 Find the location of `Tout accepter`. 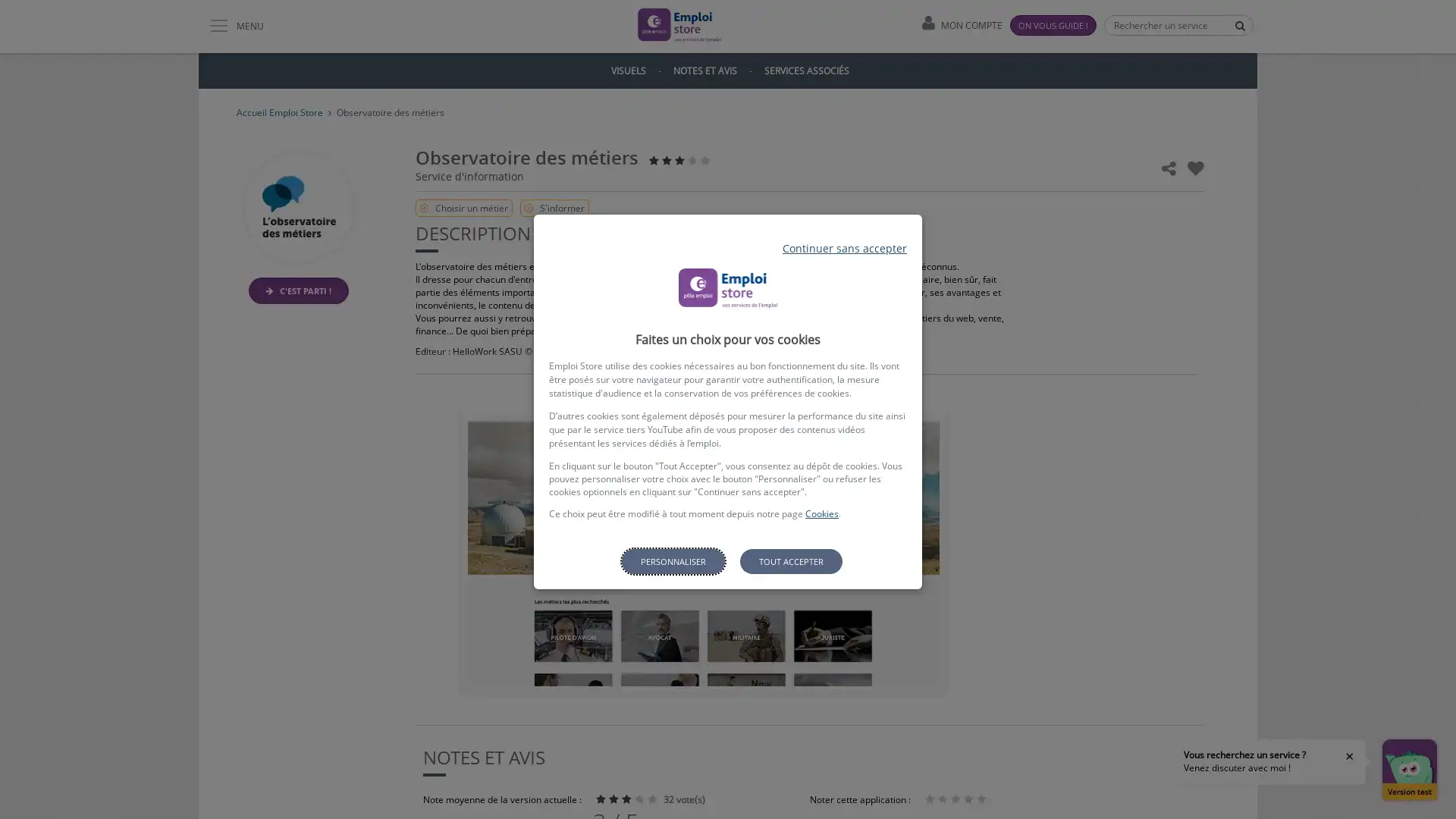

Tout accepter is located at coordinates (789, 561).